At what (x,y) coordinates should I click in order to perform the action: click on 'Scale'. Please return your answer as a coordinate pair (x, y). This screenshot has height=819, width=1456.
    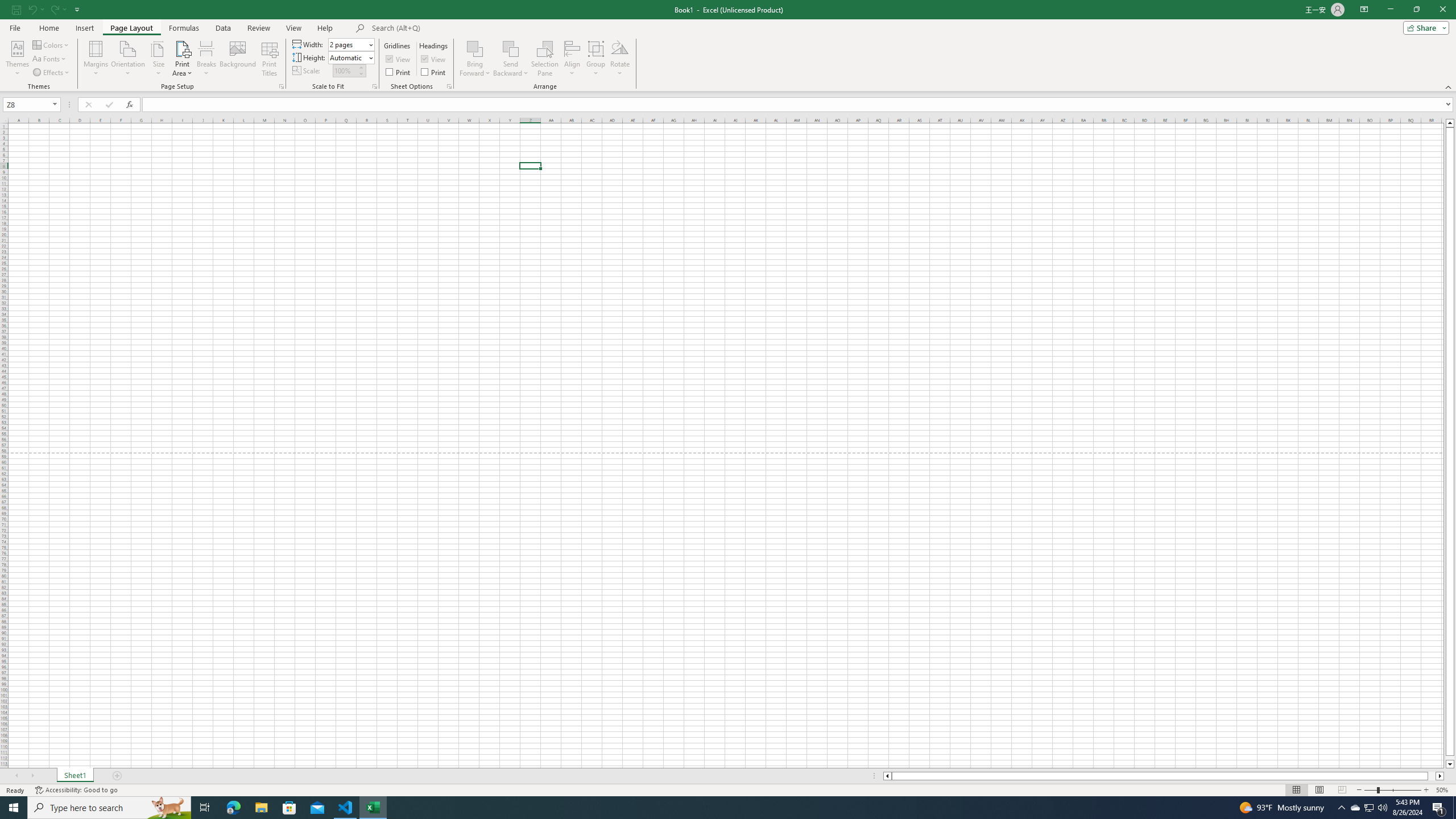
    Looking at the image, I should click on (345, 70).